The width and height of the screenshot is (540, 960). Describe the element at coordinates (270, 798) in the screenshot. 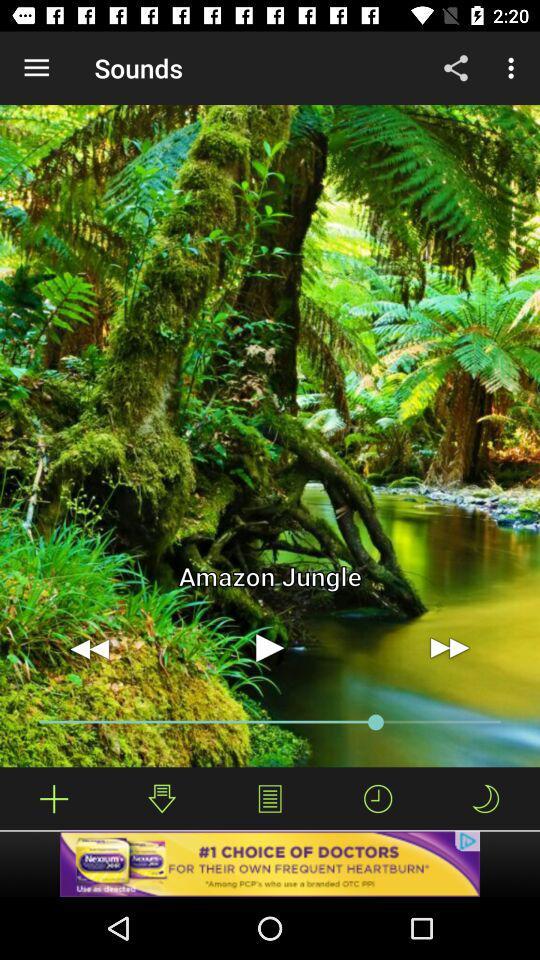

I see `the third icon which is at the bottom of the screen` at that location.